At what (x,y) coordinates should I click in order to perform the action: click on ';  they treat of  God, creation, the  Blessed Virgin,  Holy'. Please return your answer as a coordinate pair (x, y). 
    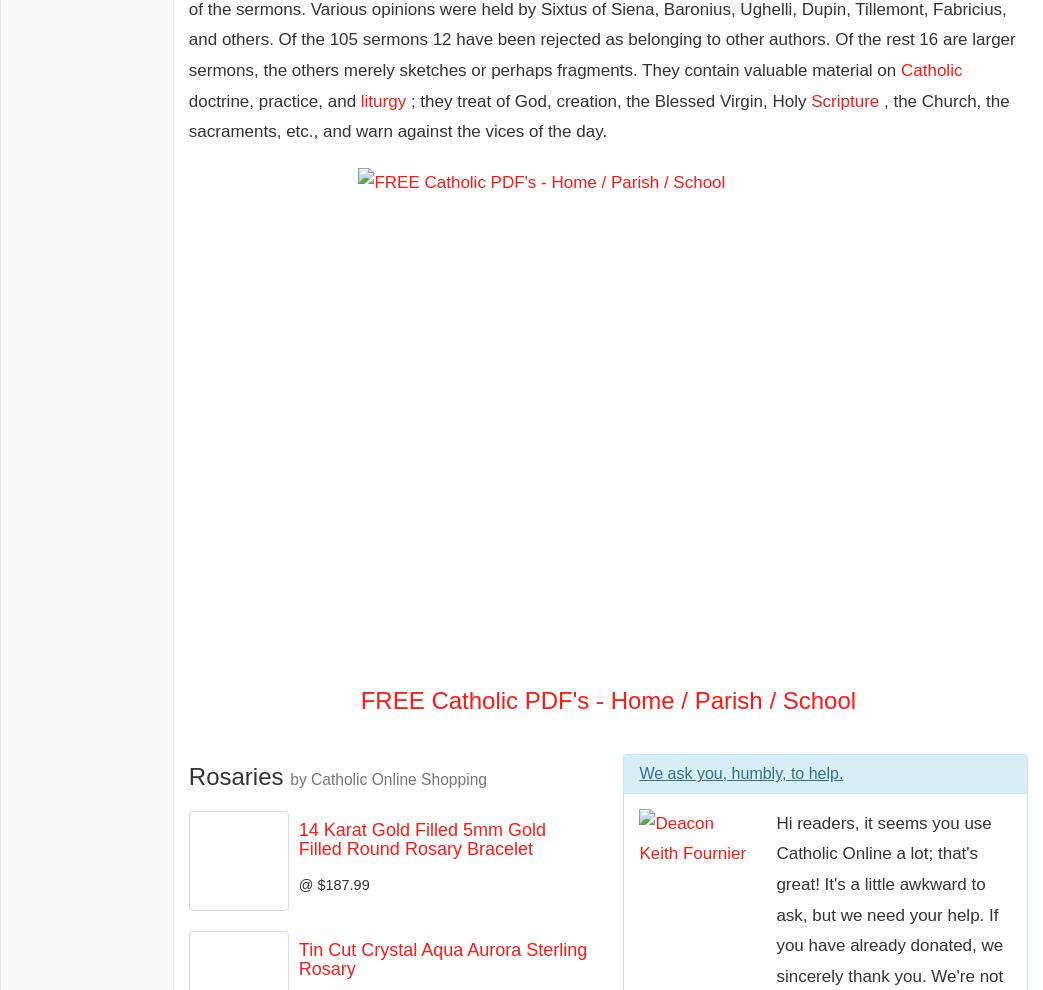
    Looking at the image, I should click on (607, 99).